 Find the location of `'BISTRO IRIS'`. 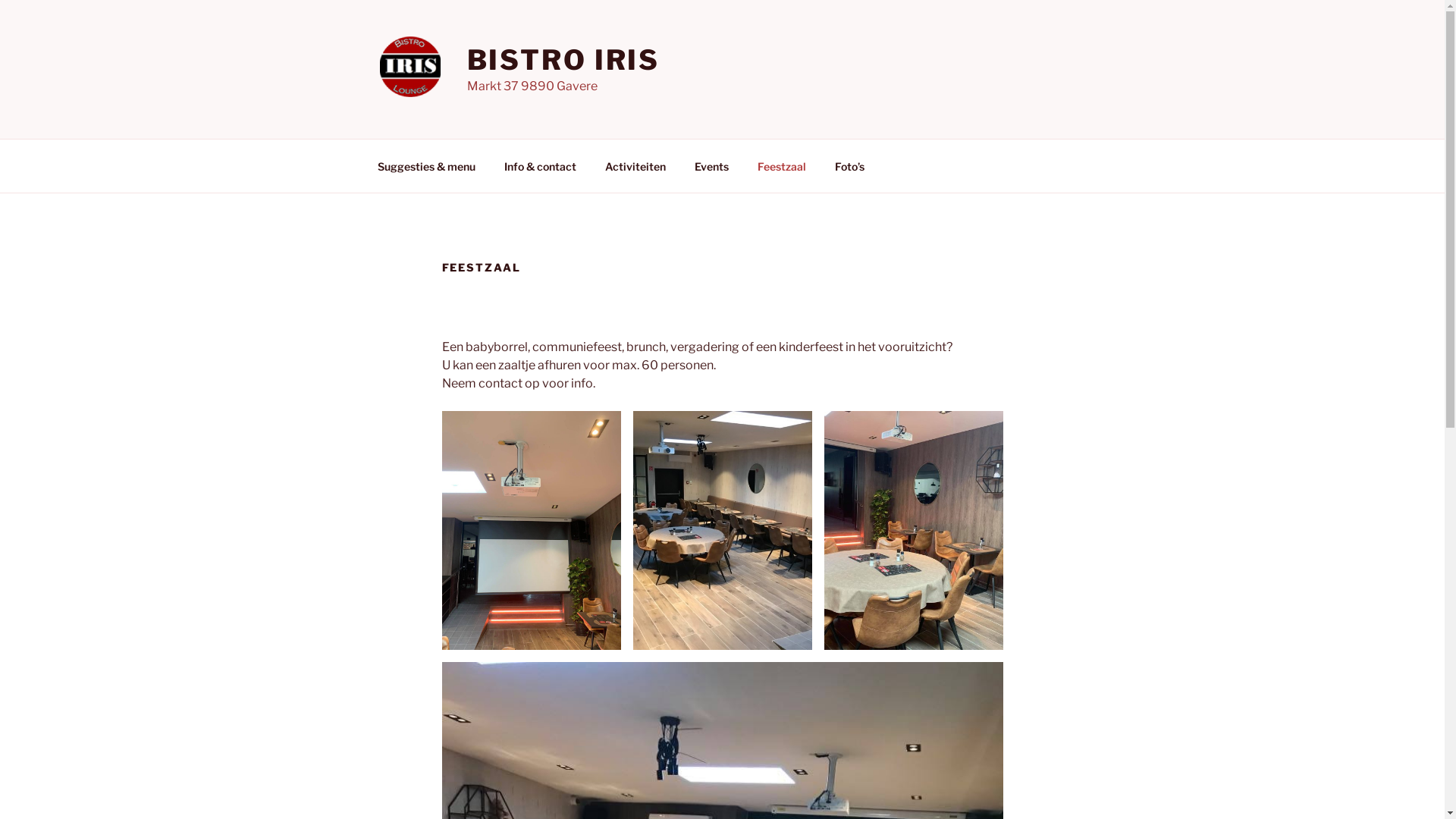

'BISTRO IRIS' is located at coordinates (563, 58).